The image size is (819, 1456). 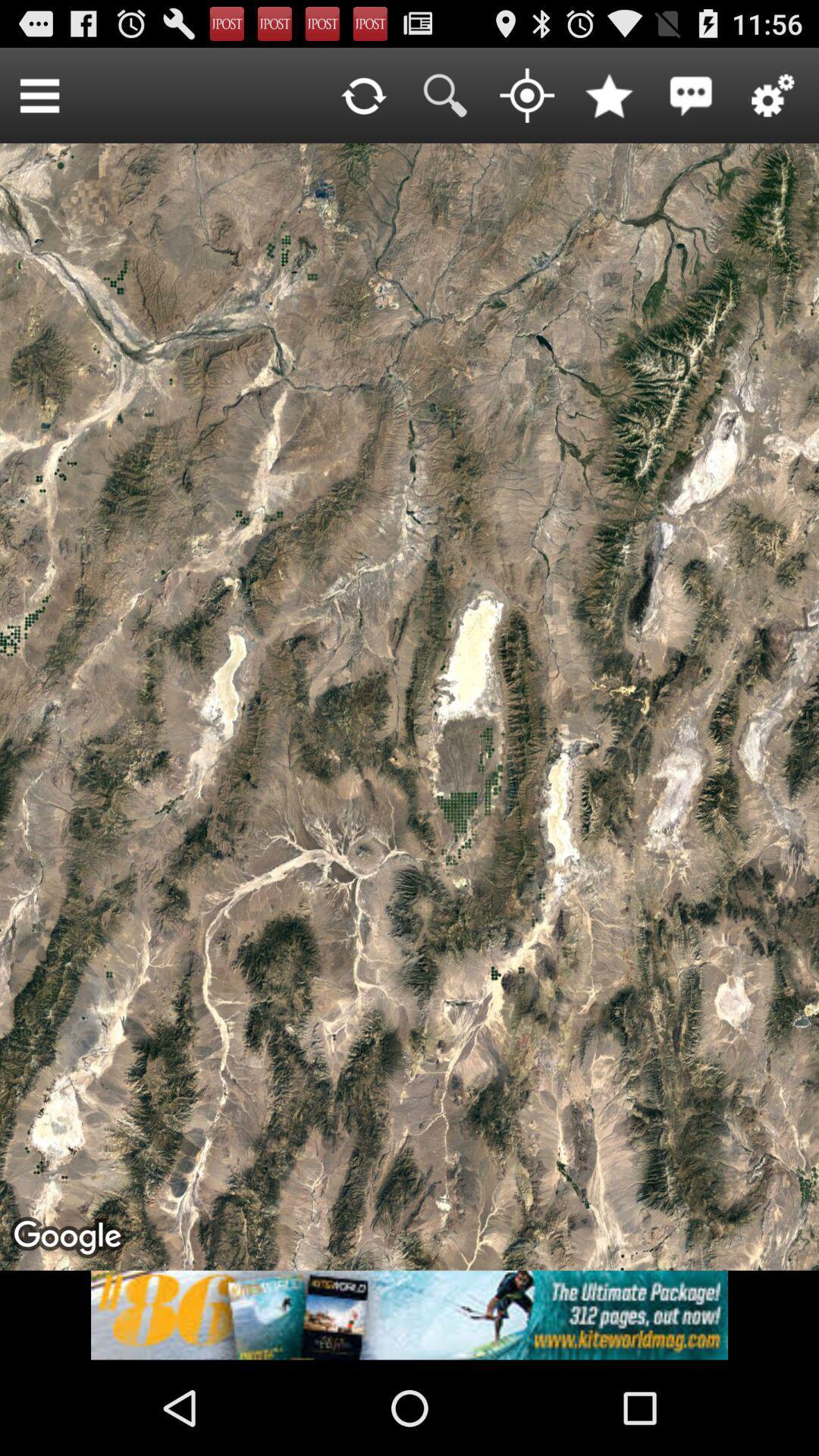 What do you see at coordinates (39, 94) in the screenshot?
I see `icon at the top left corner` at bounding box center [39, 94].